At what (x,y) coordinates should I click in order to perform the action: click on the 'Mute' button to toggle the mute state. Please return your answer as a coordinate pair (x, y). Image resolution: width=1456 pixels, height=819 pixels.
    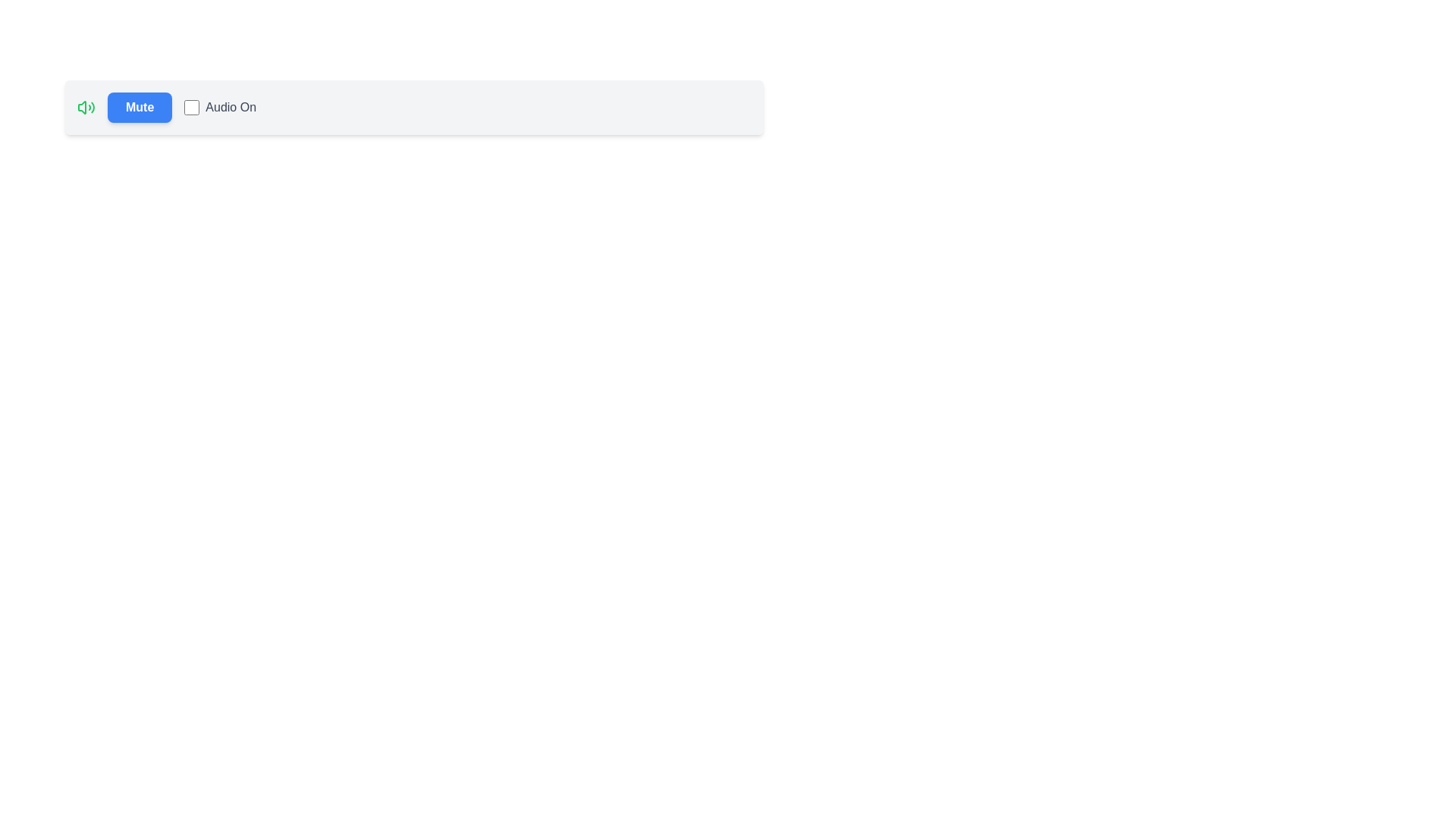
    Looking at the image, I should click on (140, 107).